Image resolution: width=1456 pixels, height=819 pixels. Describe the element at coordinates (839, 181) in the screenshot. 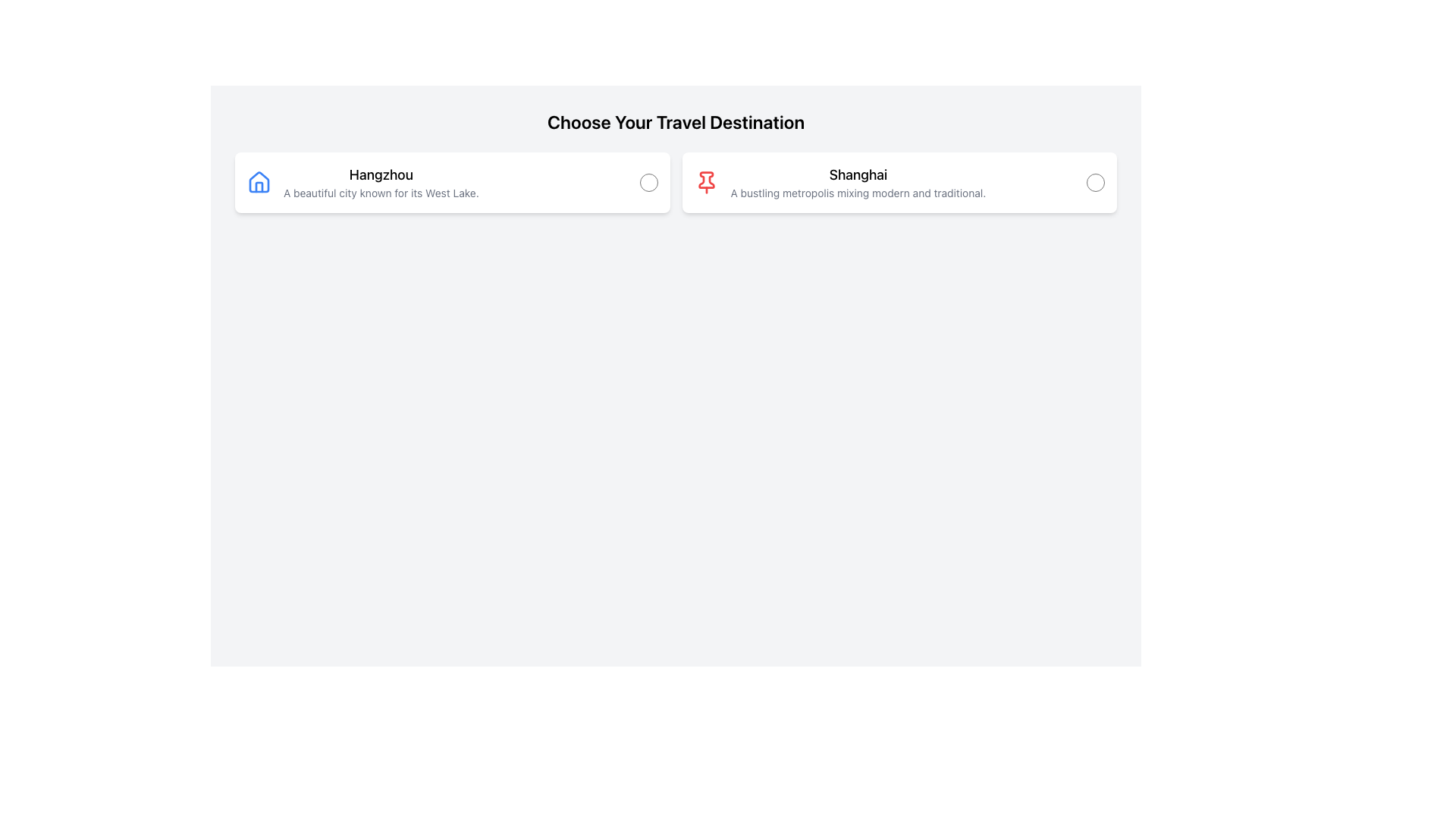

I see `the text region of the descriptive component for the travel destination 'Shanghai'` at that location.